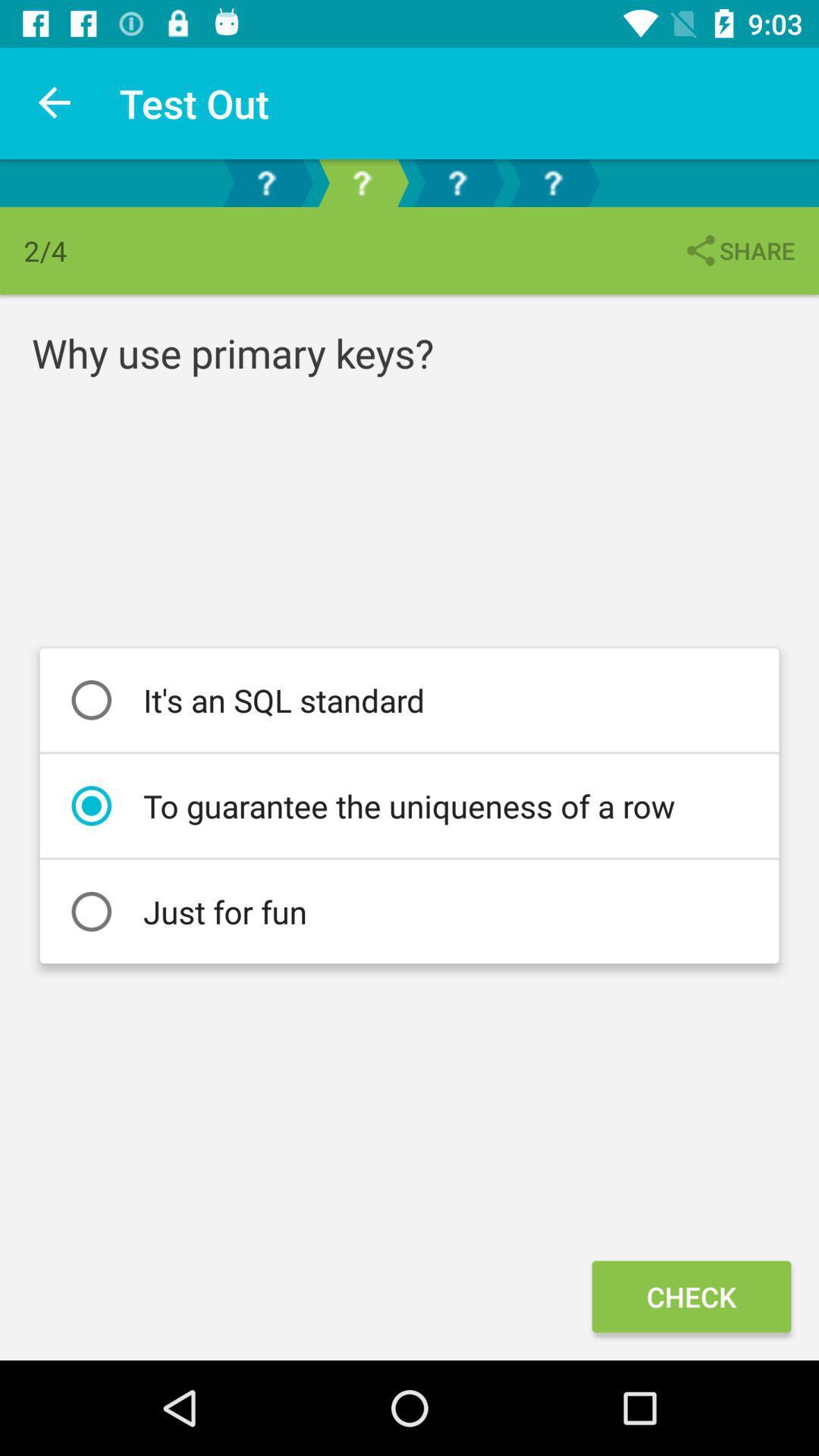 This screenshot has height=1456, width=819. What do you see at coordinates (553, 182) in the screenshot?
I see `see the question` at bounding box center [553, 182].